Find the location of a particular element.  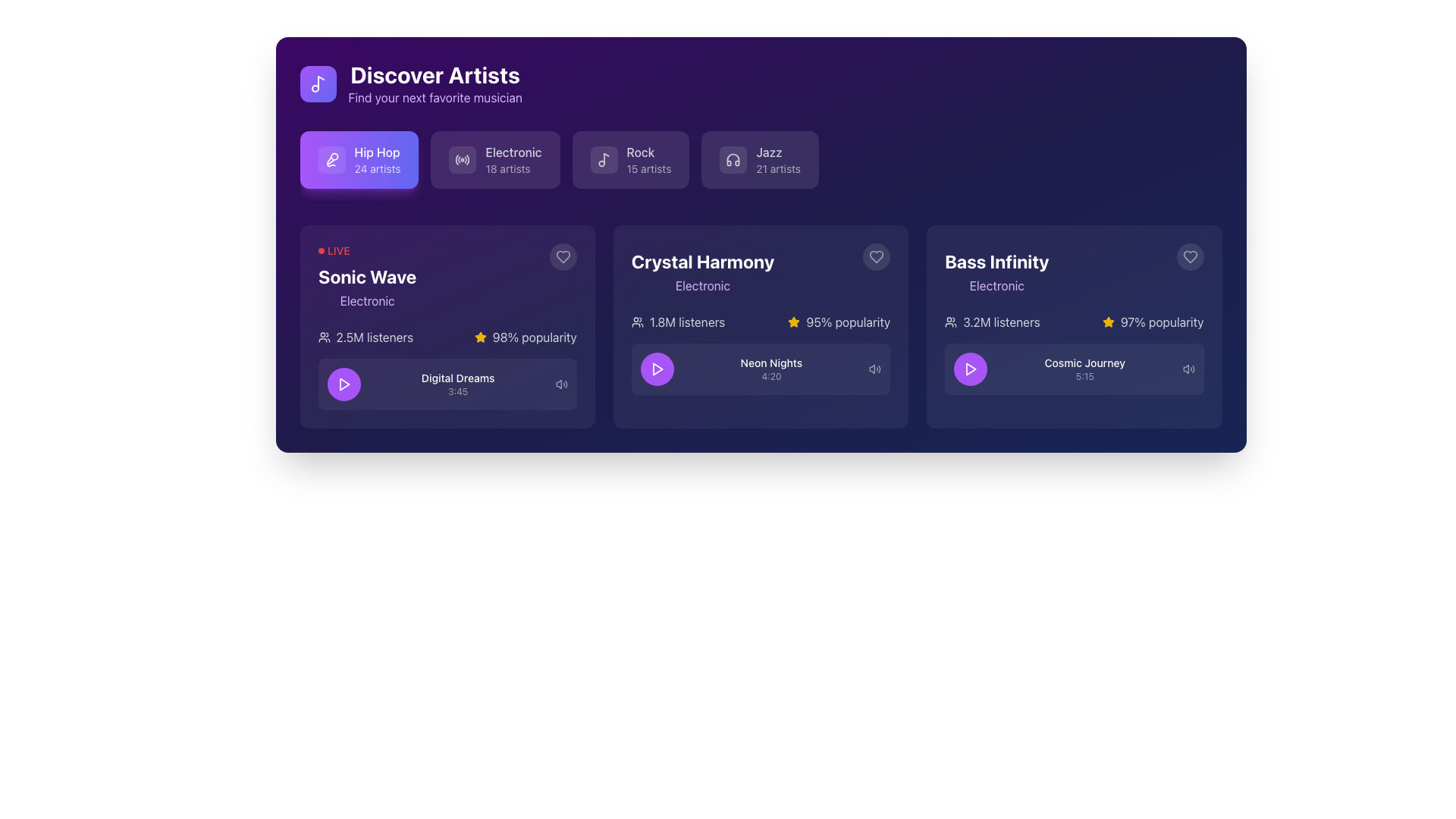

the musical note icon, which is positioned inside a purple square background to the left of the text 'Discover Artists' is located at coordinates (317, 84).